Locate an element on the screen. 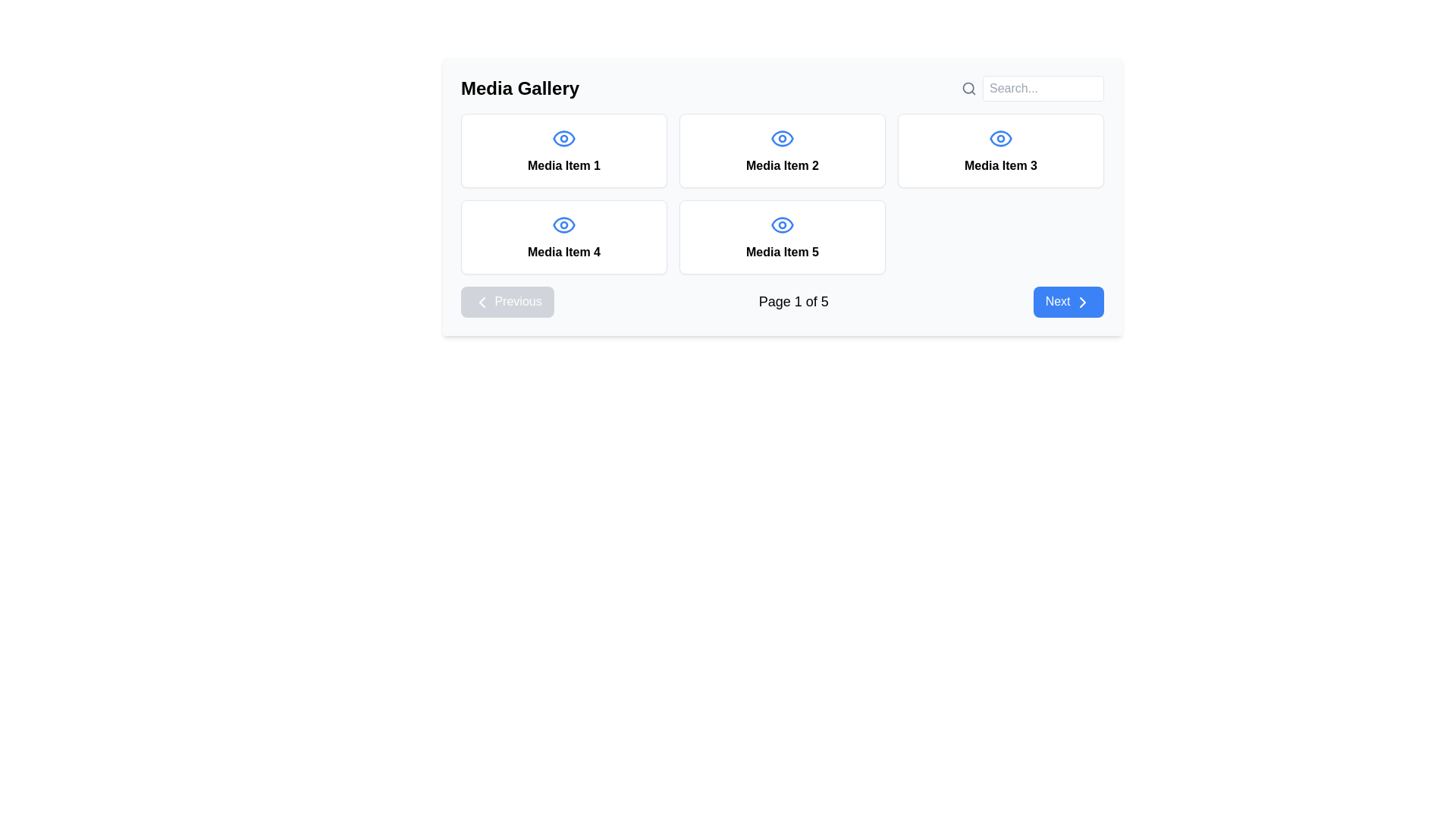 This screenshot has width=1456, height=819. the central text of the pagination control that indicates the current page number and total pages available is located at coordinates (792, 302).